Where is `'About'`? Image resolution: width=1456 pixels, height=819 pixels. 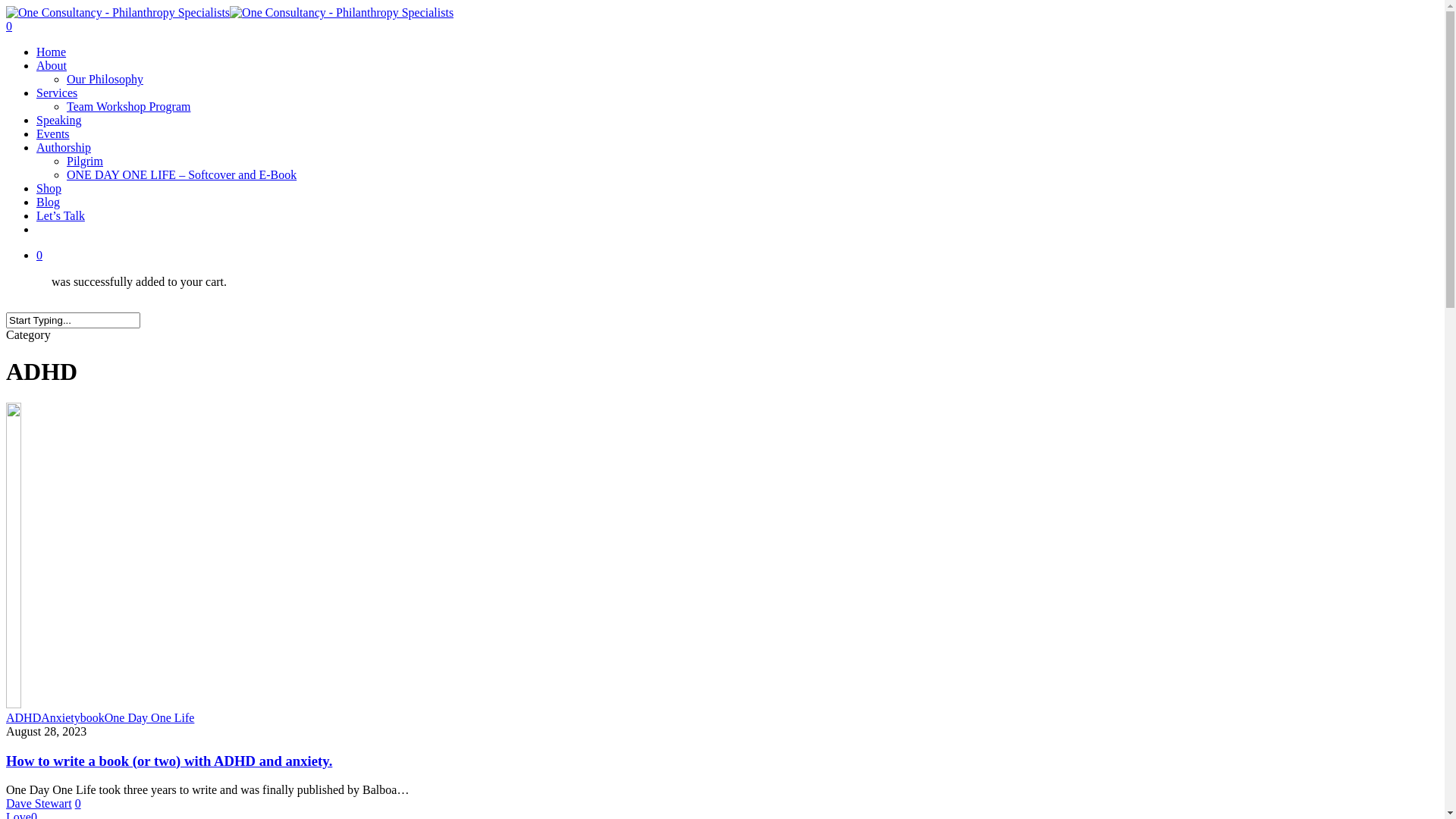
'About' is located at coordinates (51, 64).